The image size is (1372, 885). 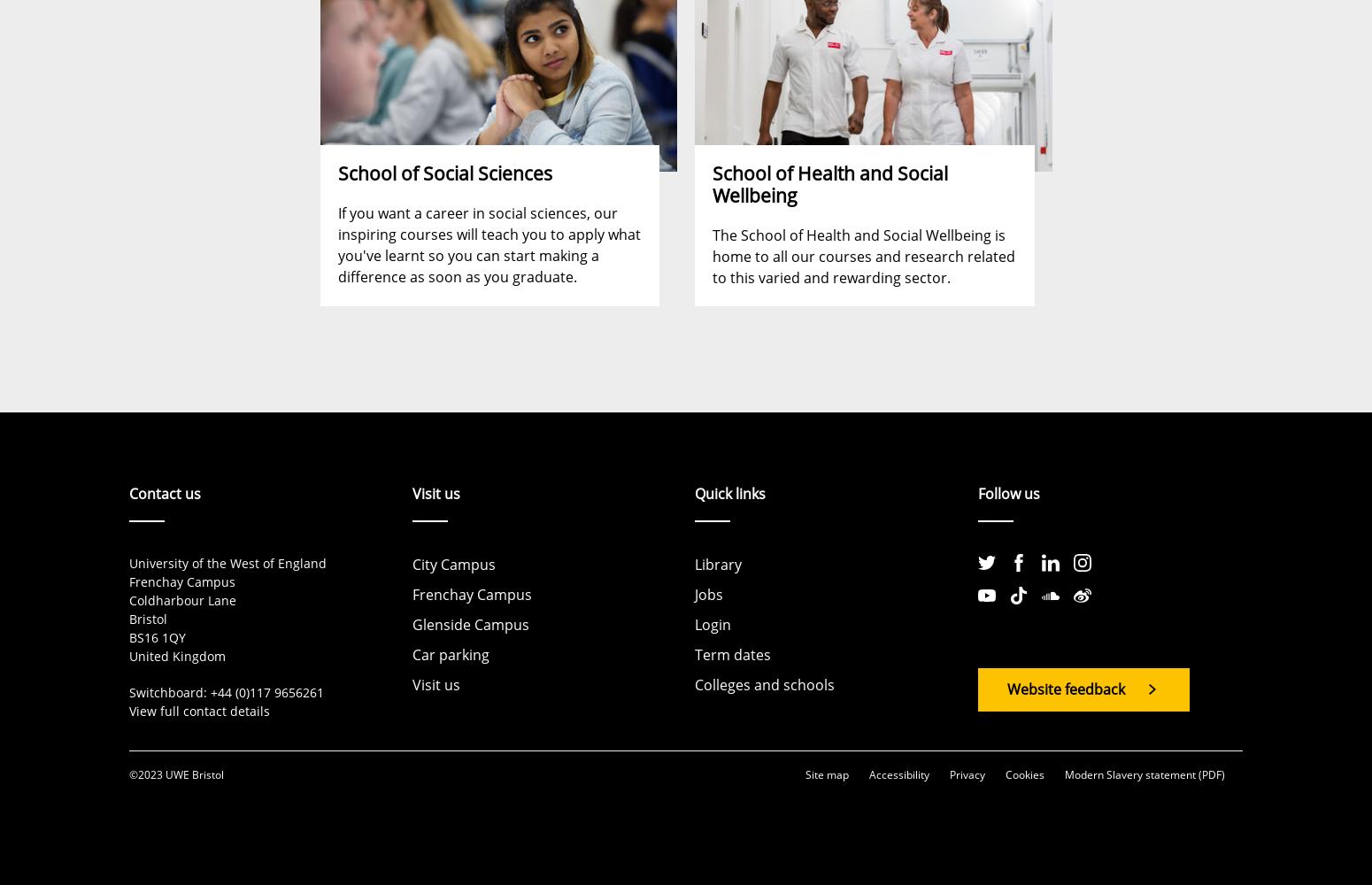 I want to click on 'Coldharbour Lane', so click(x=129, y=600).